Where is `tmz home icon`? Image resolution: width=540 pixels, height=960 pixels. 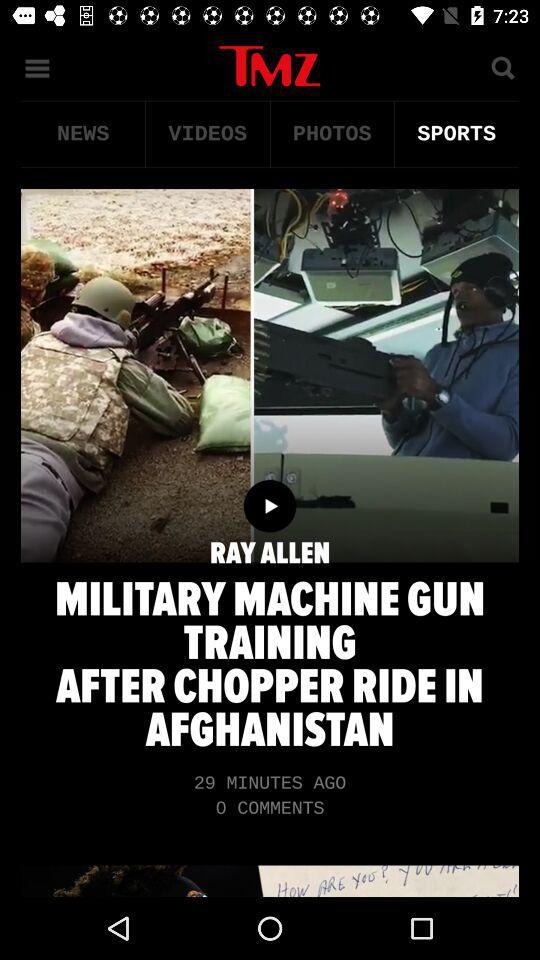 tmz home icon is located at coordinates (269, 66).